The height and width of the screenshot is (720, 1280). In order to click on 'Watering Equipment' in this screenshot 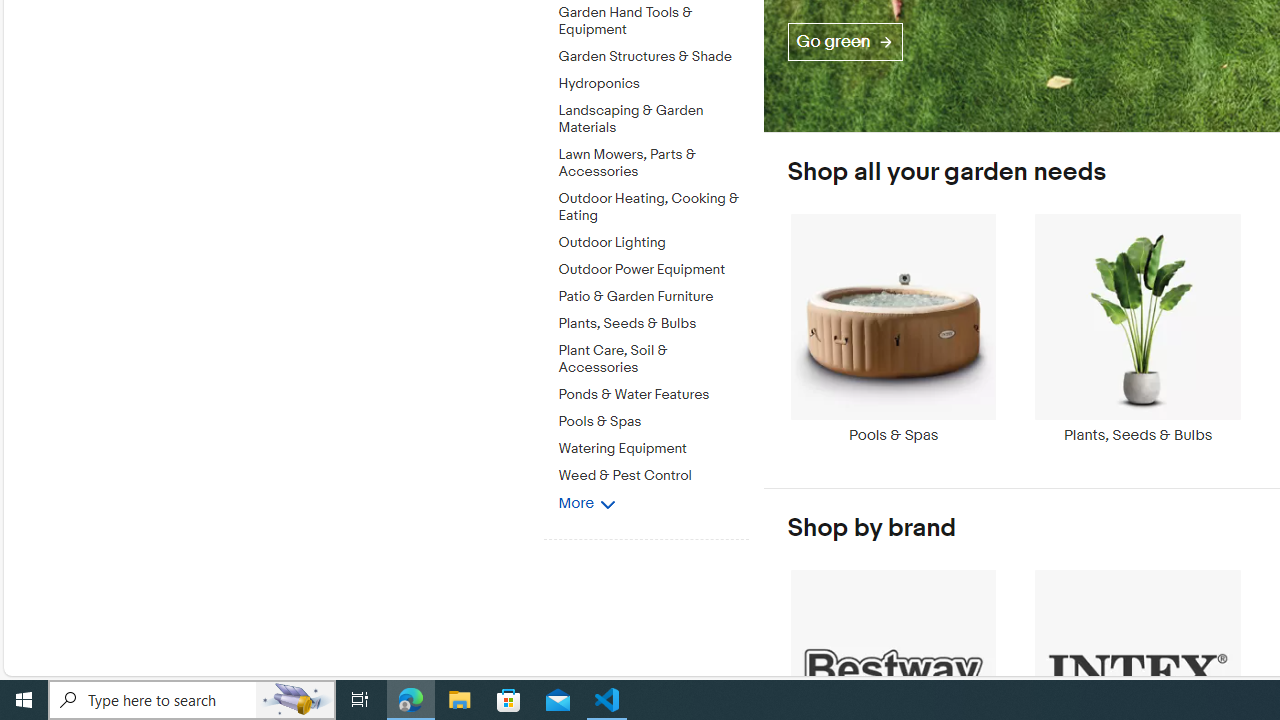, I will do `click(653, 444)`.